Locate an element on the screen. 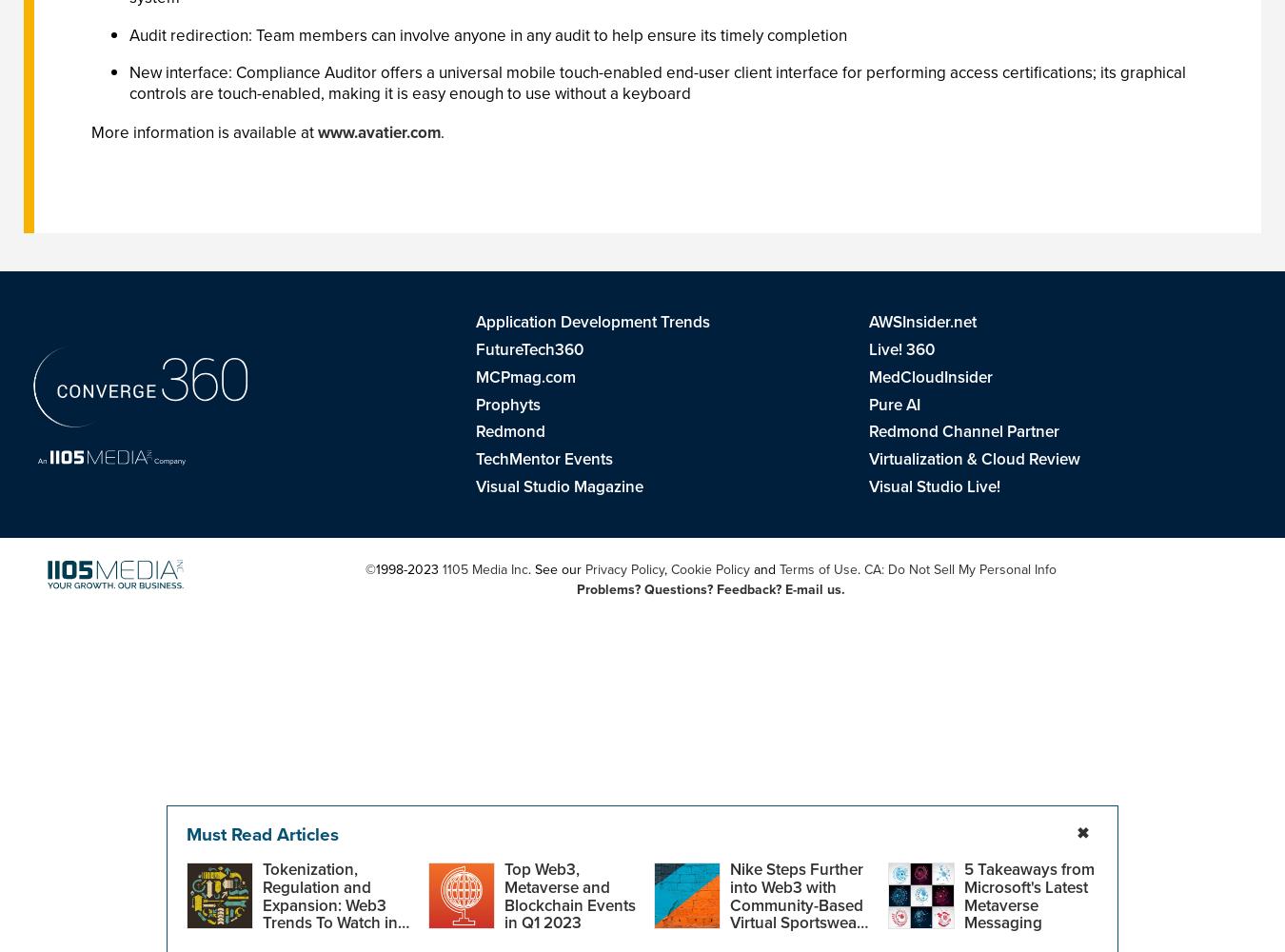 The width and height of the screenshot is (1285, 952). '1105 Media Inc' is located at coordinates (483, 567).